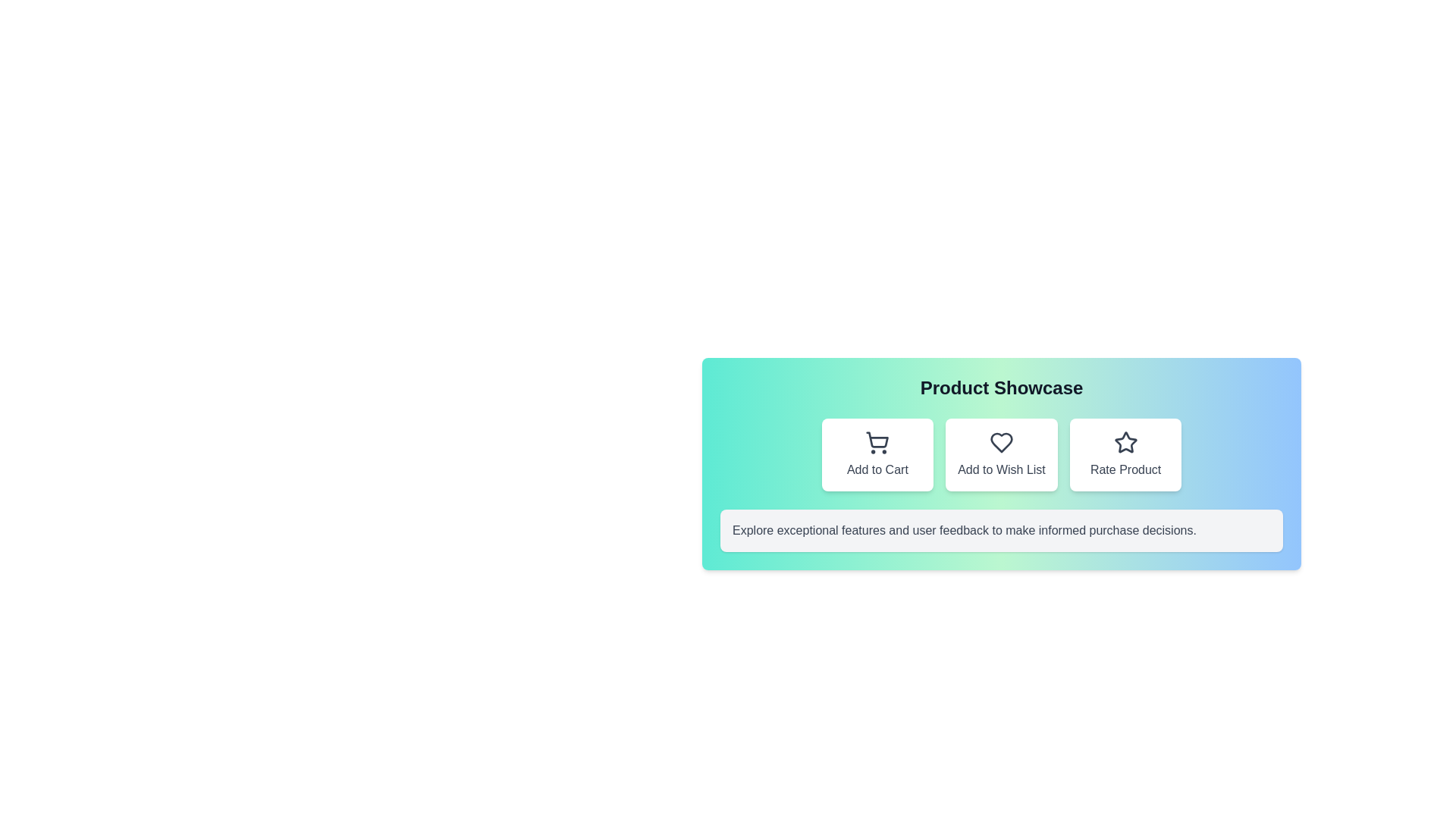  I want to click on the Static Text Box displaying the message 'Explore exceptional features and user feedback to make informed purchase decisions.', so click(1001, 529).